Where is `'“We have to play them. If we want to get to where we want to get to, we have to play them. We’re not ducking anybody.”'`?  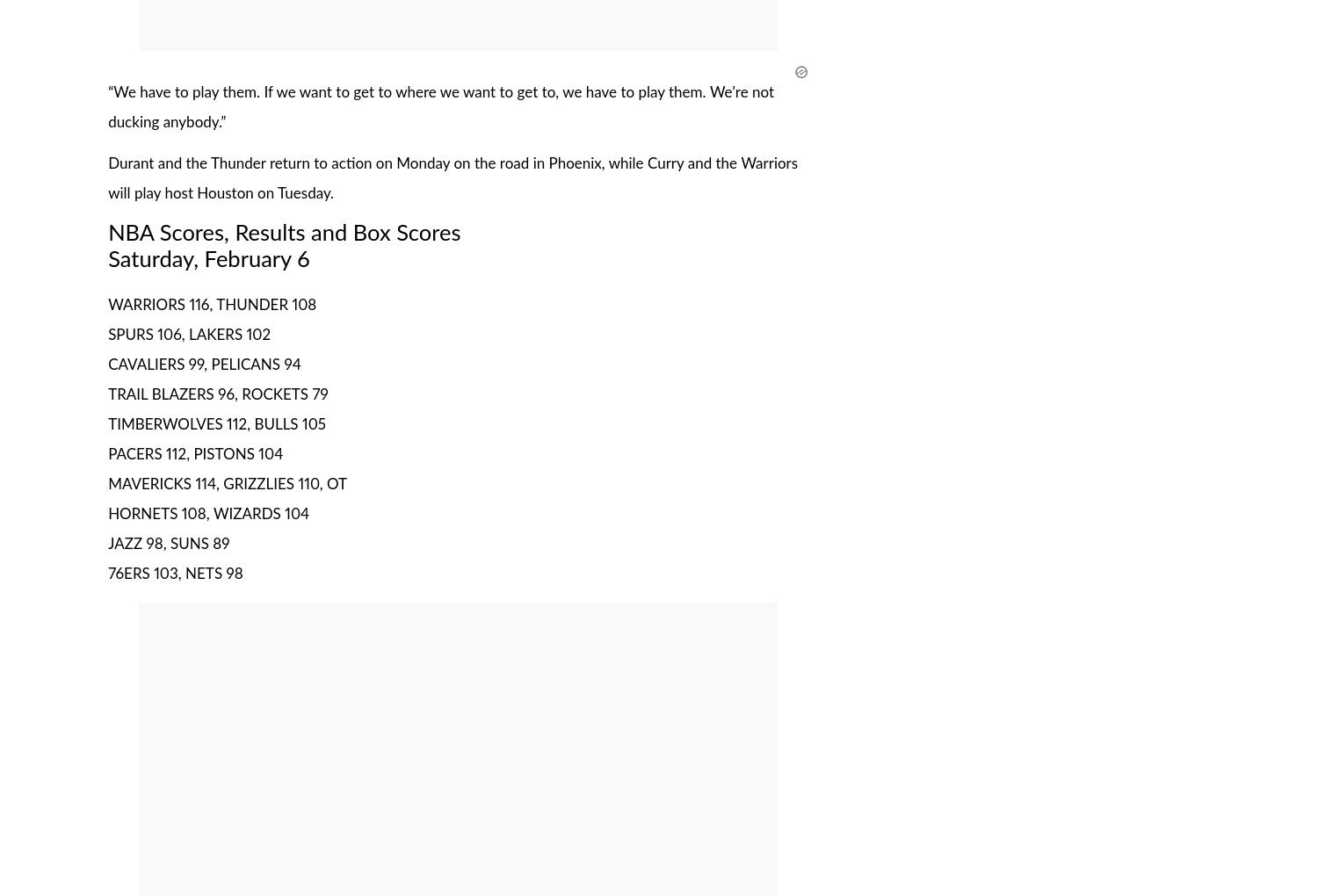 '“We have to play them. If we want to get to where we want to get to, we have to play them. We’re not ducking anybody.”' is located at coordinates (441, 106).